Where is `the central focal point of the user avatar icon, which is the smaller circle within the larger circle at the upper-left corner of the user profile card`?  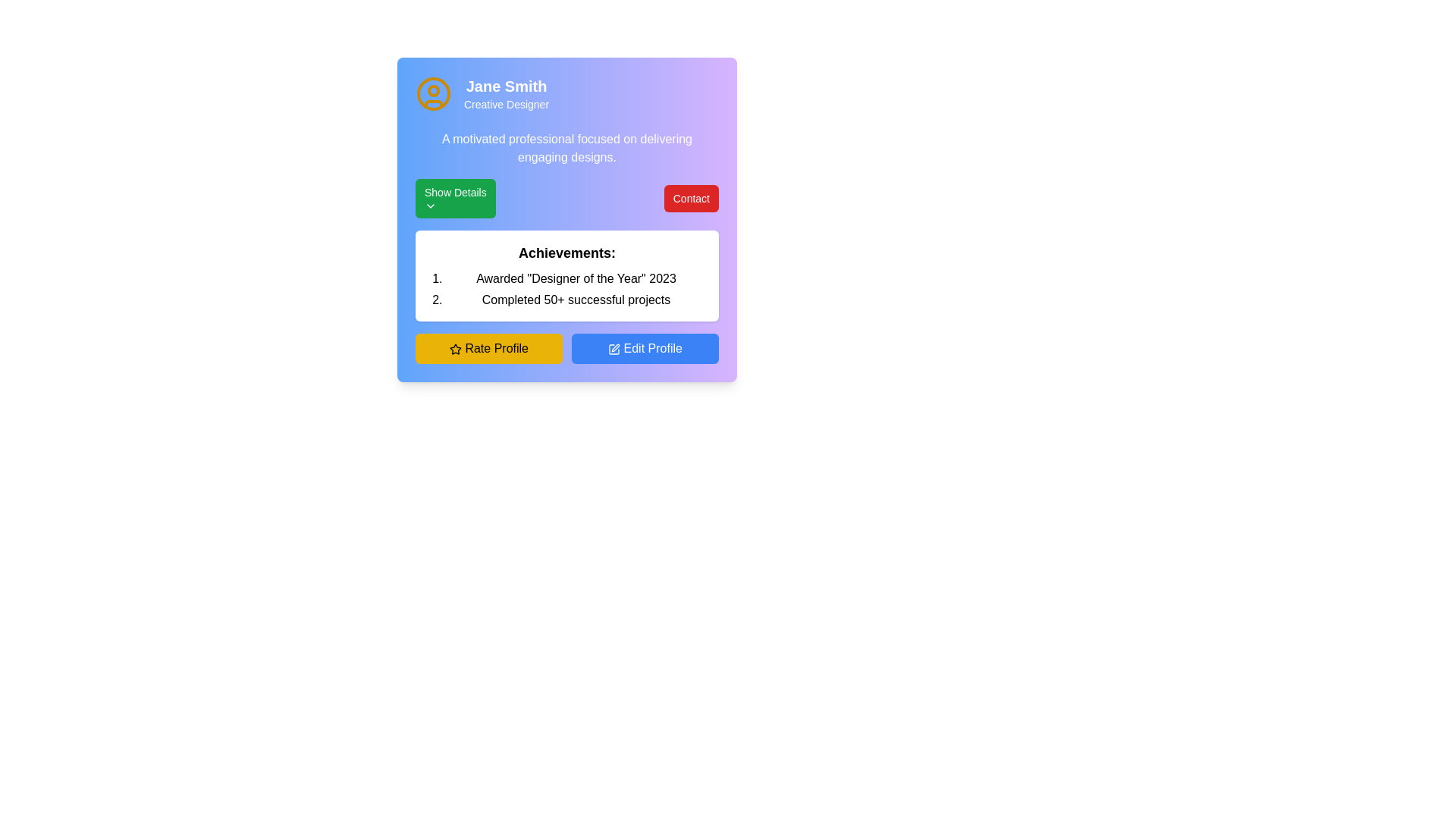 the central focal point of the user avatar icon, which is the smaller circle within the larger circle at the upper-left corner of the user profile card is located at coordinates (432, 90).